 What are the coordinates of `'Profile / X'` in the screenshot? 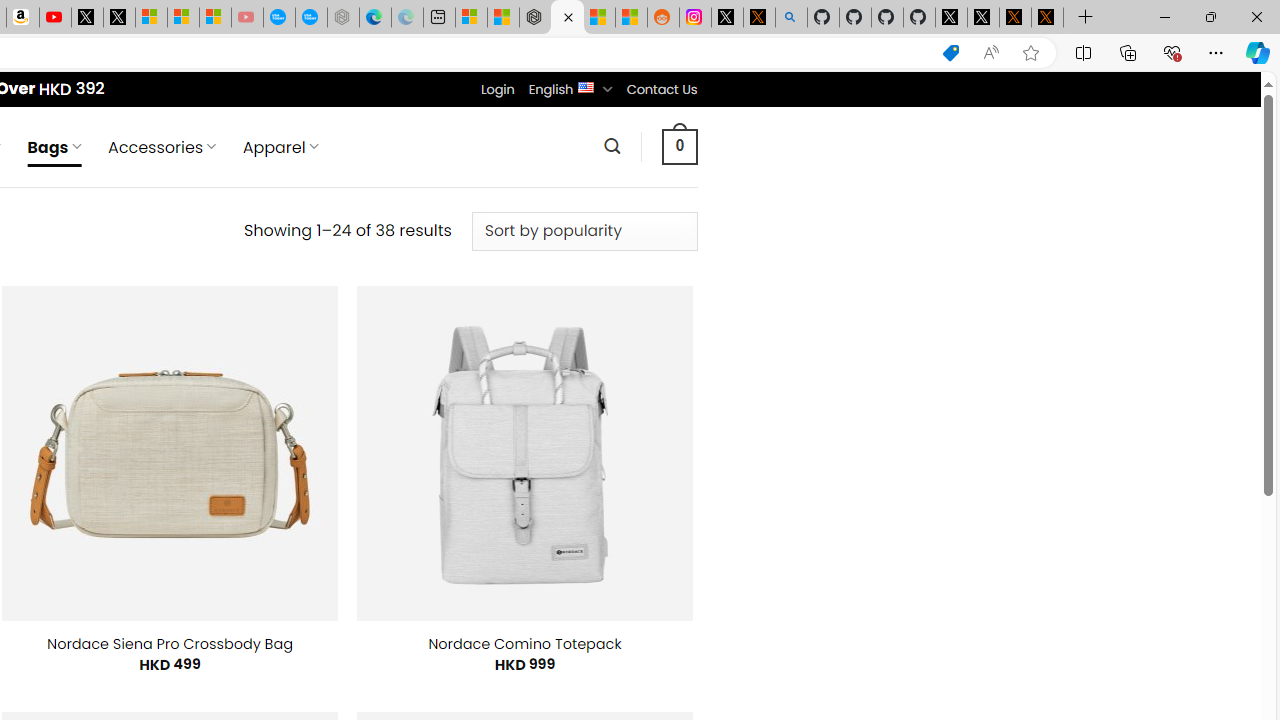 It's located at (950, 17).